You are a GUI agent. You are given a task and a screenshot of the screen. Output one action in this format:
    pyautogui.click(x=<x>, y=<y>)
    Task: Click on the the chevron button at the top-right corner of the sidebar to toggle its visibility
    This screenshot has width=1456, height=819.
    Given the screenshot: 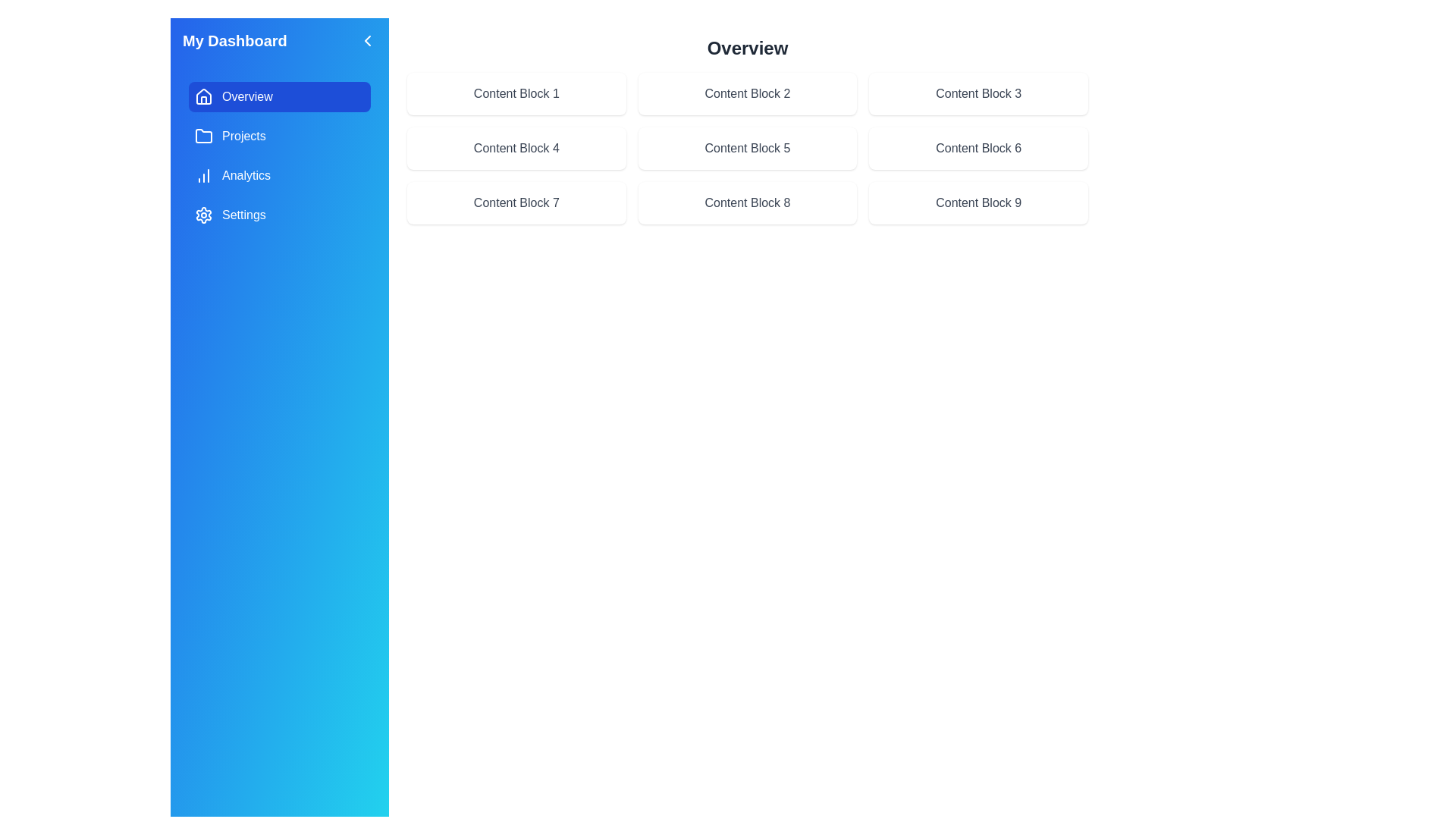 What is the action you would take?
    pyautogui.click(x=367, y=40)
    